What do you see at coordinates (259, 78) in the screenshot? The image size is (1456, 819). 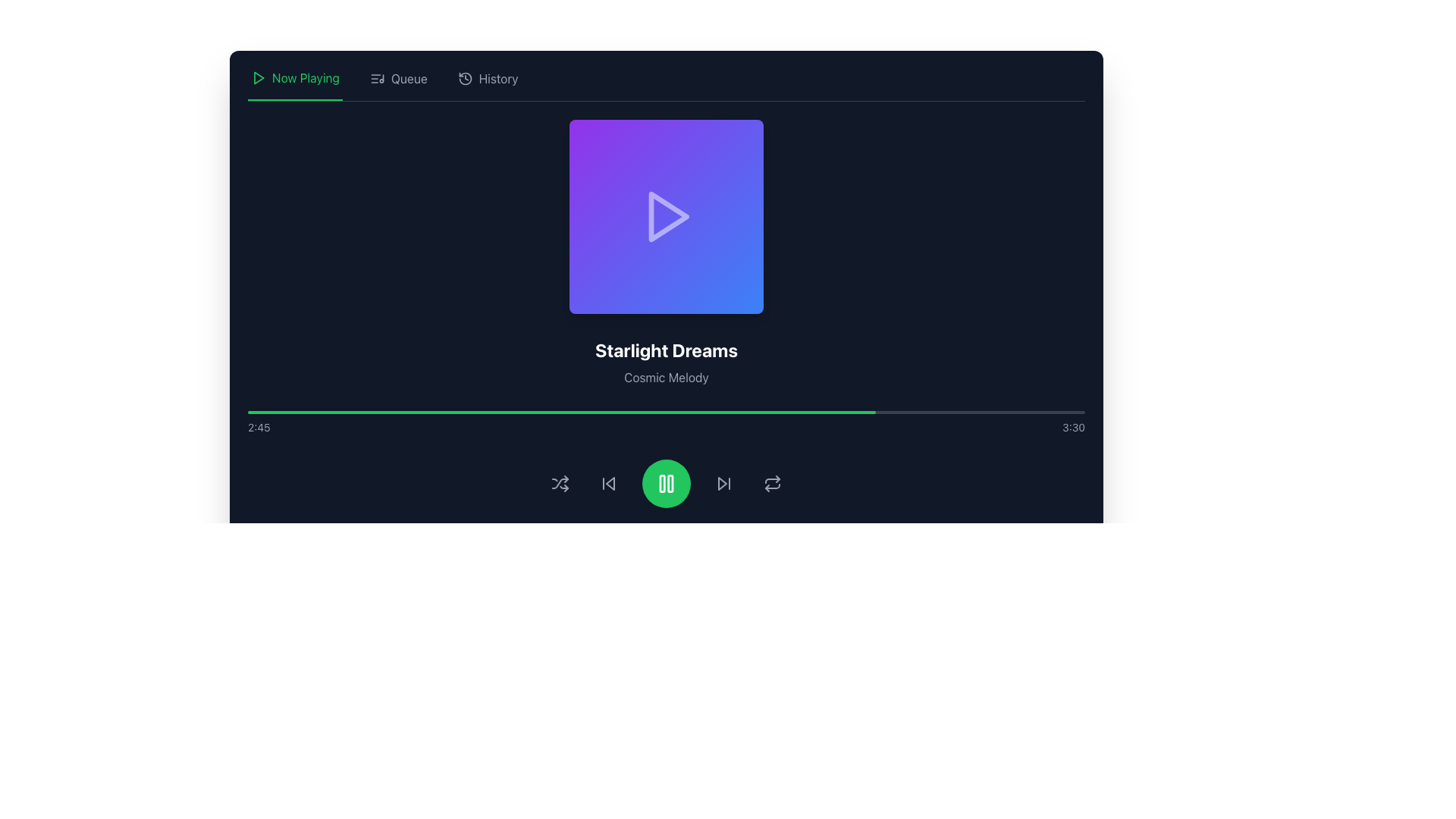 I see `the play or forward action icon located in the left area of the header section, near the 'Now Playing' label` at bounding box center [259, 78].